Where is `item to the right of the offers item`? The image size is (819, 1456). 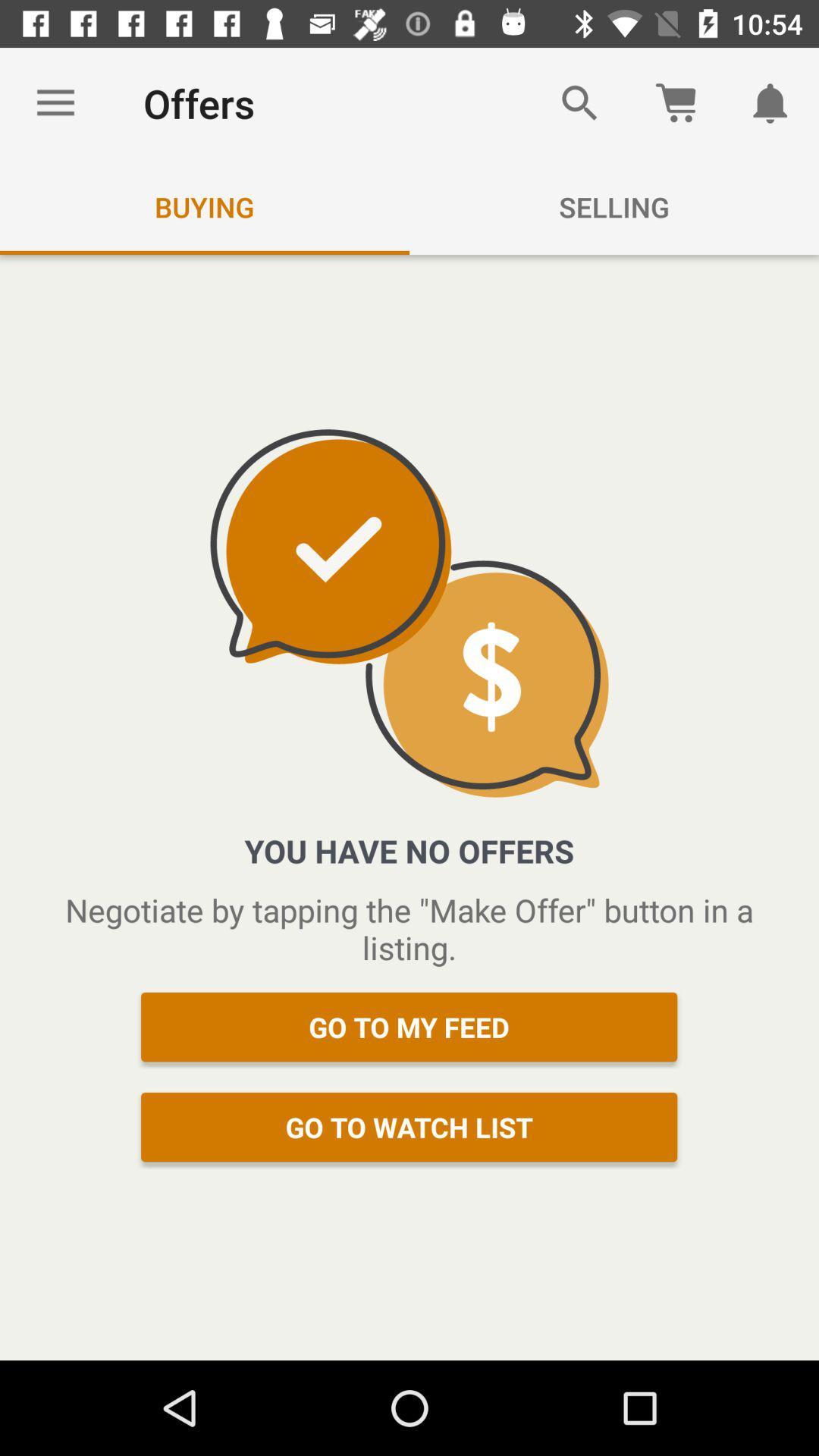
item to the right of the offers item is located at coordinates (579, 102).